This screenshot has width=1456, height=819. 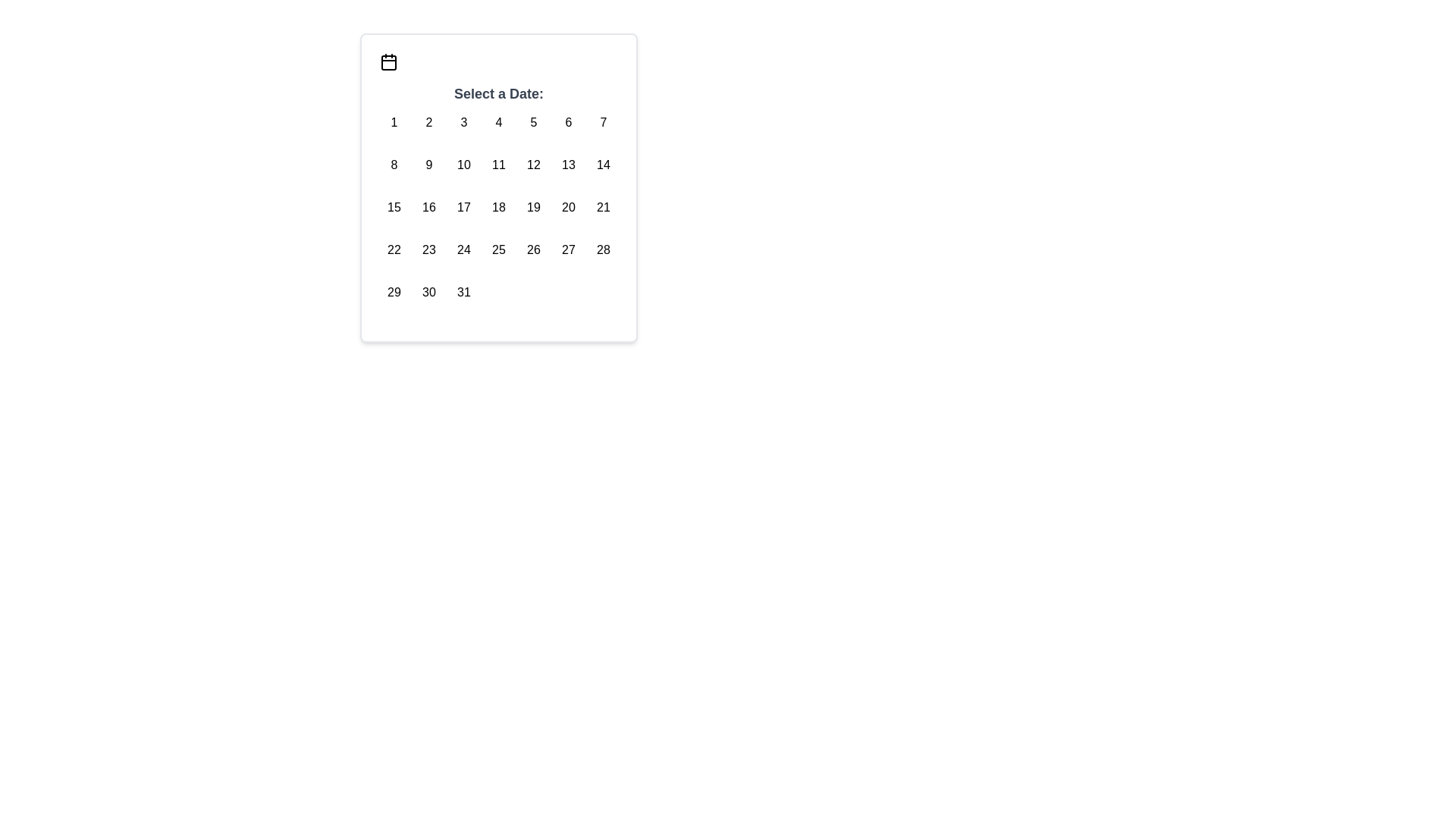 What do you see at coordinates (498, 165) in the screenshot?
I see `the button displaying '11' in the calendar interface` at bounding box center [498, 165].